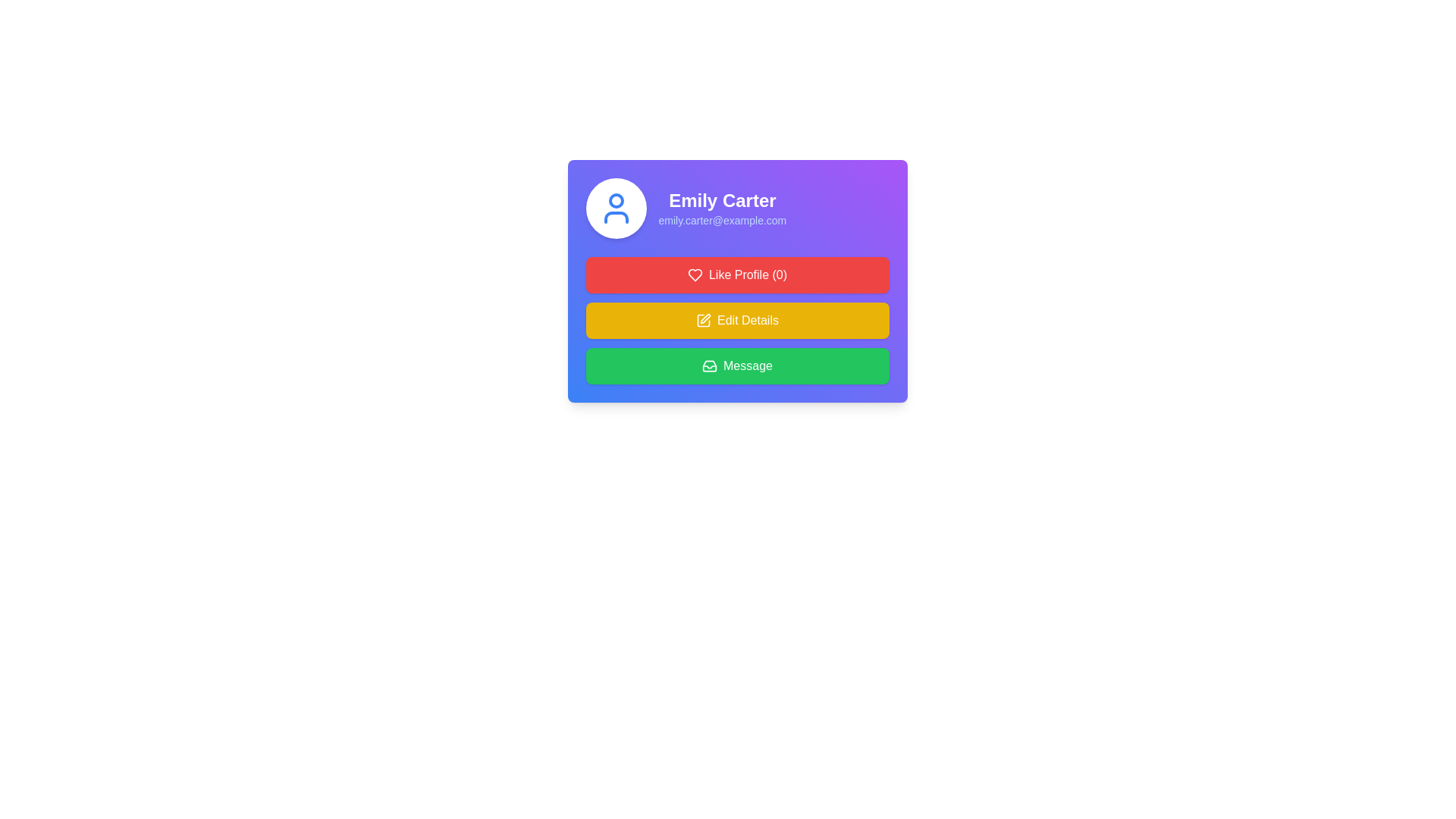 The height and width of the screenshot is (819, 1456). What do you see at coordinates (616, 208) in the screenshot?
I see `the user profile SVG icon, which is a blue circular graphic representing a user avatar, located above the text 'Emily Carter' and her email address` at bounding box center [616, 208].